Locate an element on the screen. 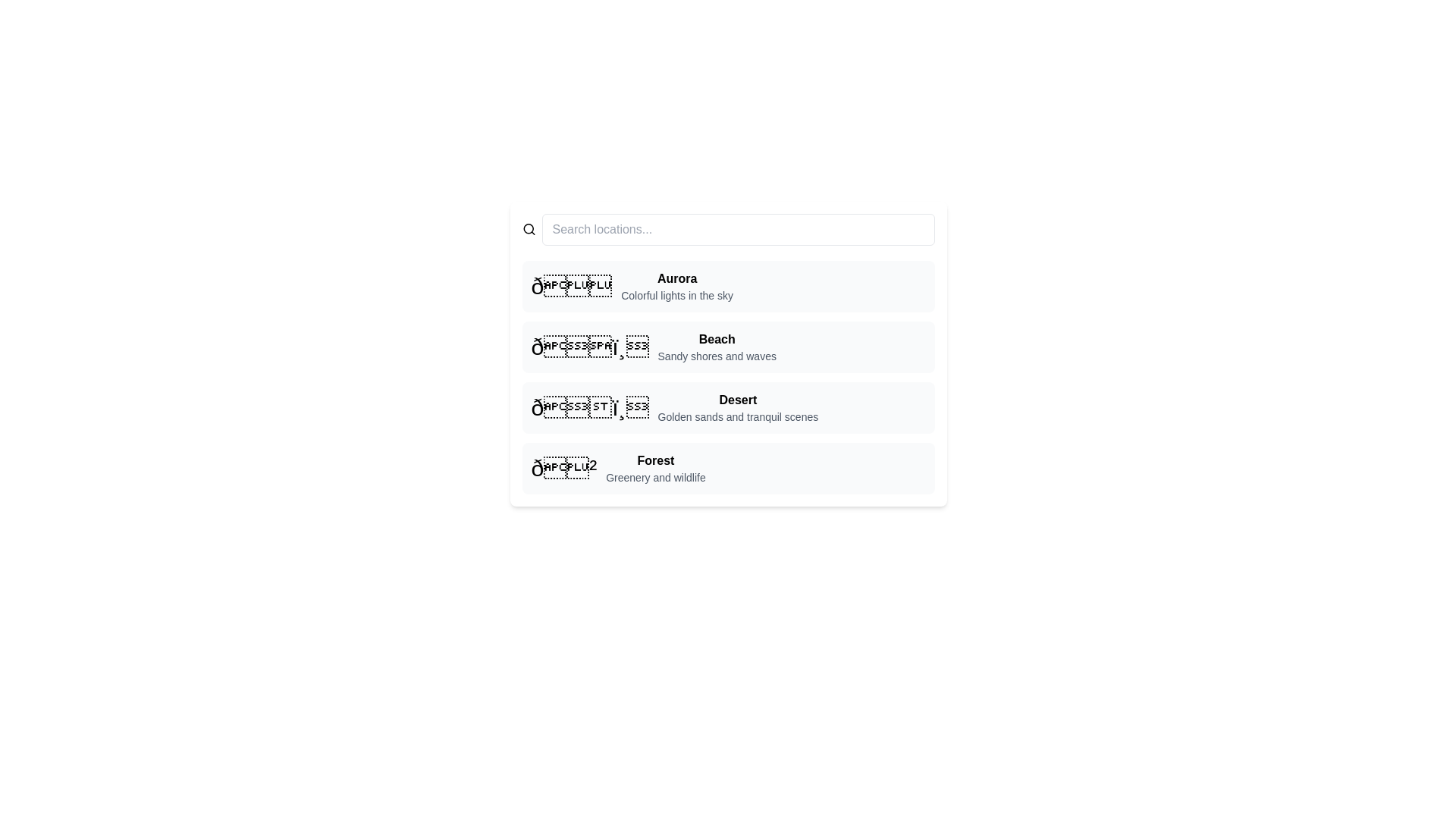 The width and height of the screenshot is (1456, 819). the text-based UI component titled 'Forest' with the description 'Greenery and wildlife' is located at coordinates (655, 467).